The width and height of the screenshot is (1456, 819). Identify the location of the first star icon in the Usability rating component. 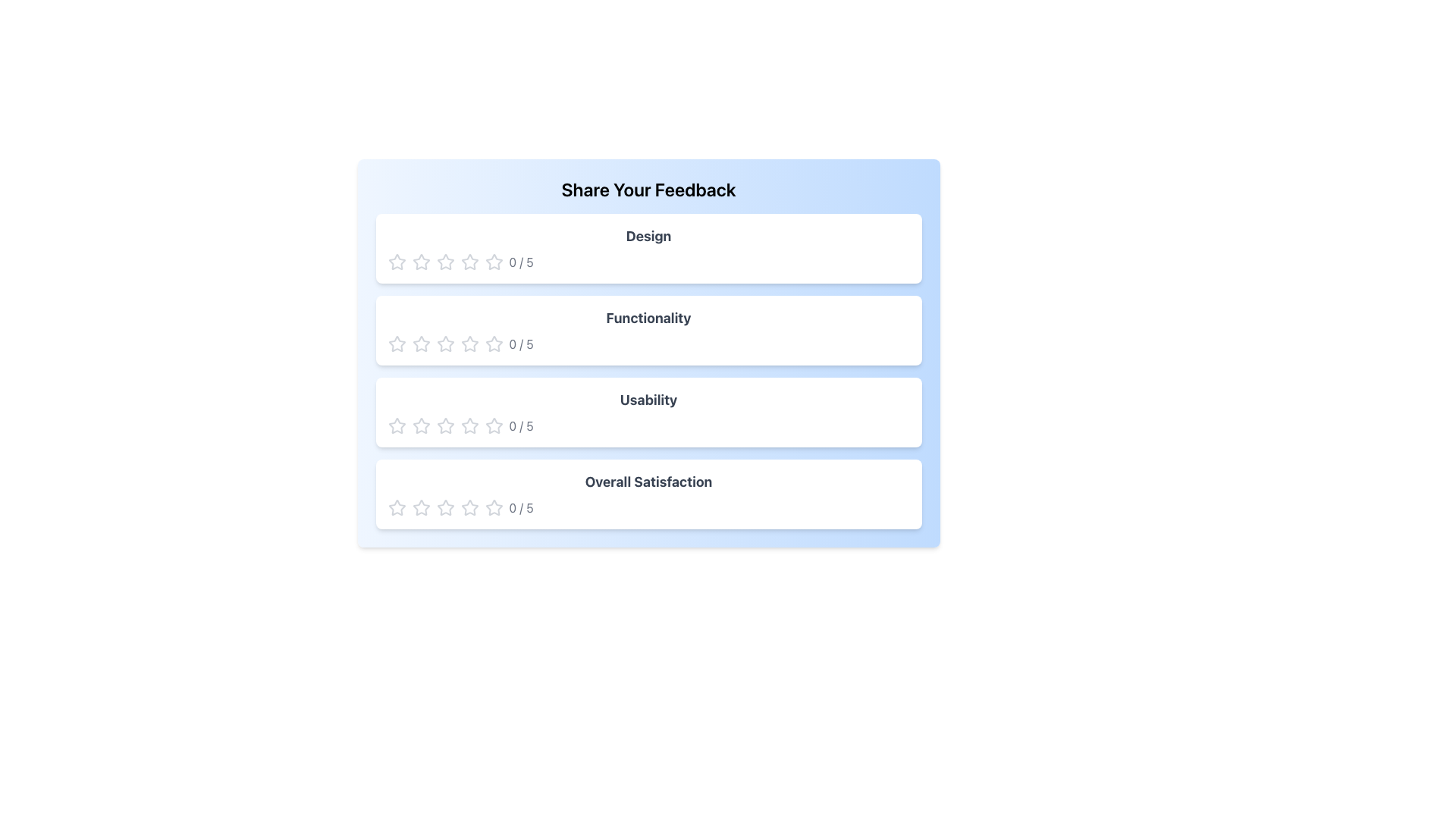
(421, 425).